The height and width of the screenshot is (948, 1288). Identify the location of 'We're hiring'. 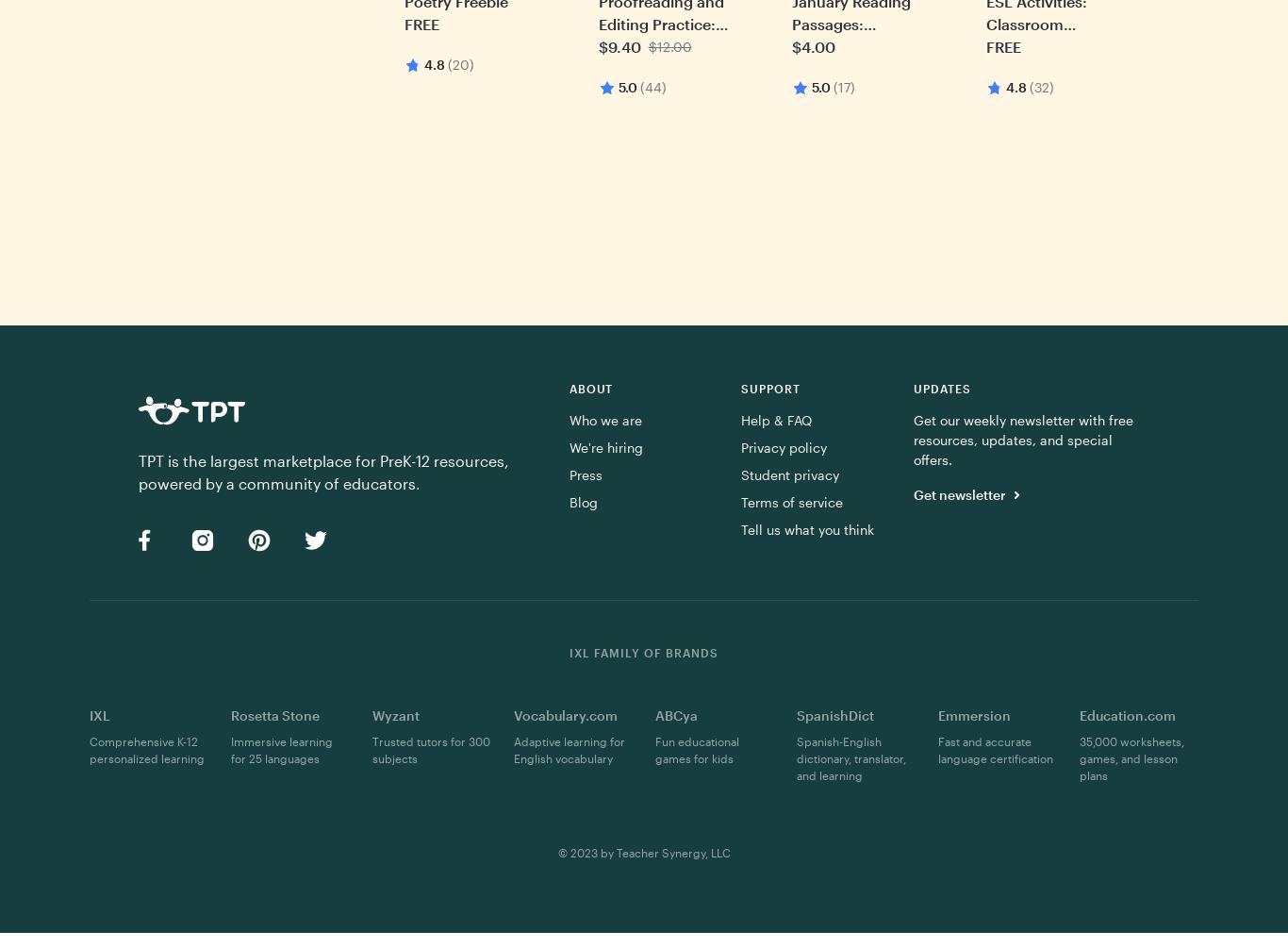
(567, 447).